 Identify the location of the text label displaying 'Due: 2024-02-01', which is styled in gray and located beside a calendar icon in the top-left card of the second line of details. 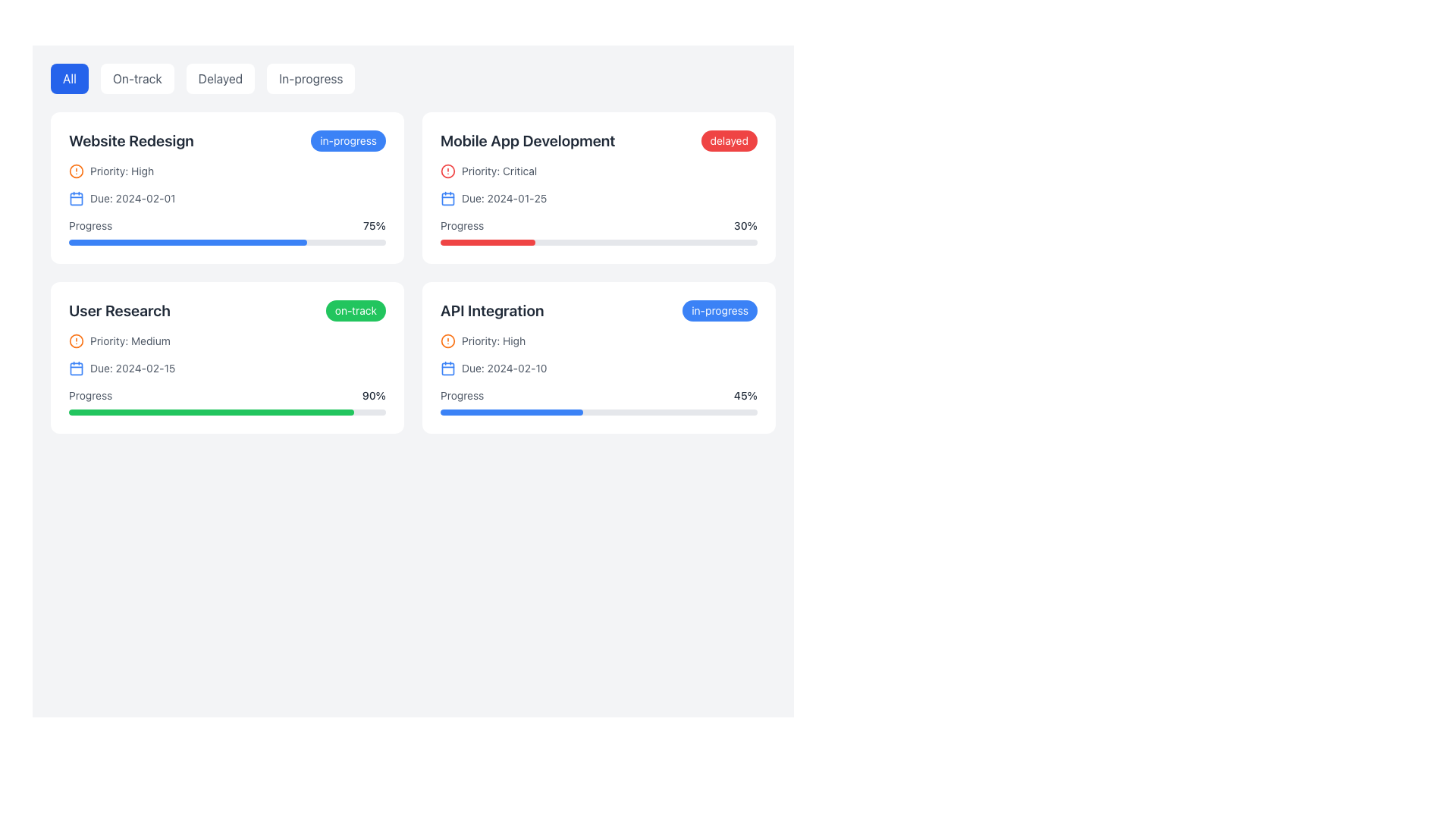
(133, 198).